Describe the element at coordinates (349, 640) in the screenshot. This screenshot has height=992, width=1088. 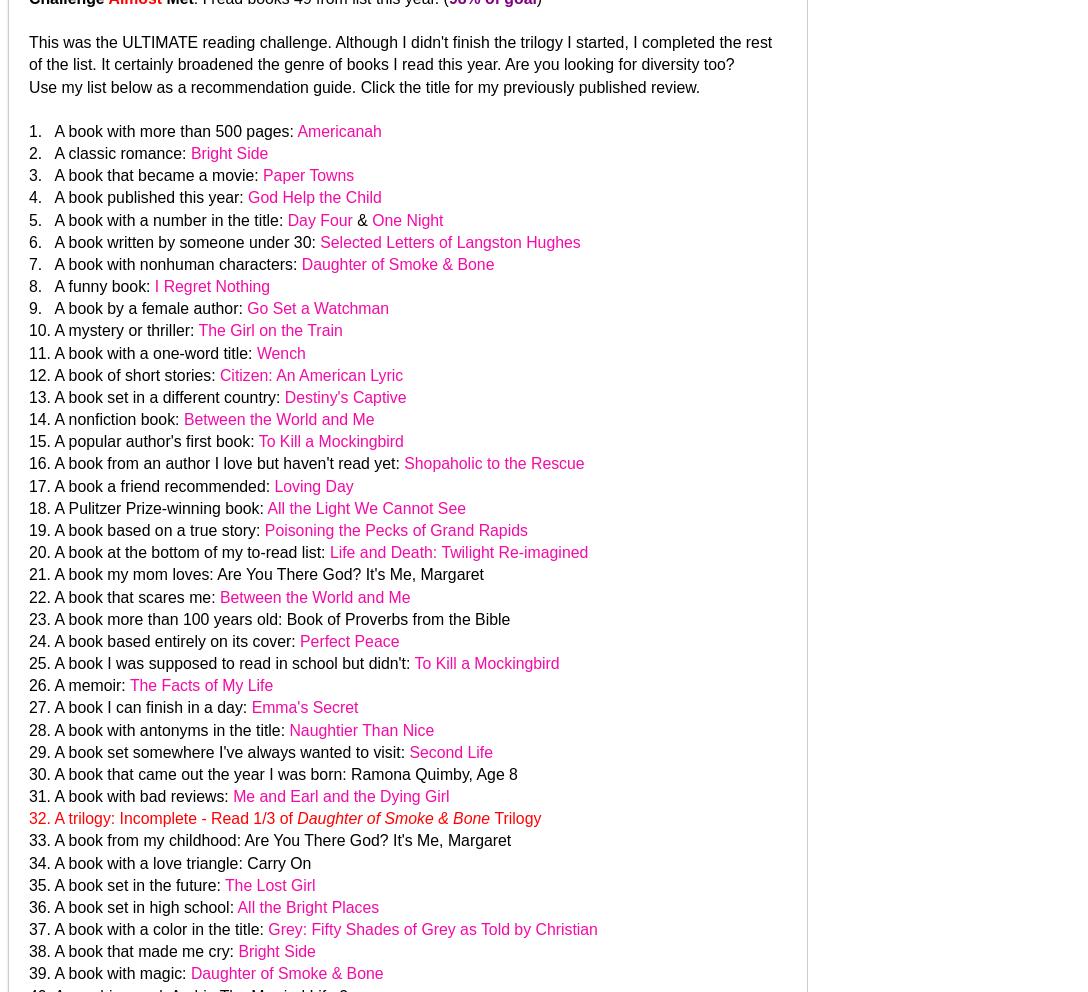
I see `'Perfect Peace'` at that location.